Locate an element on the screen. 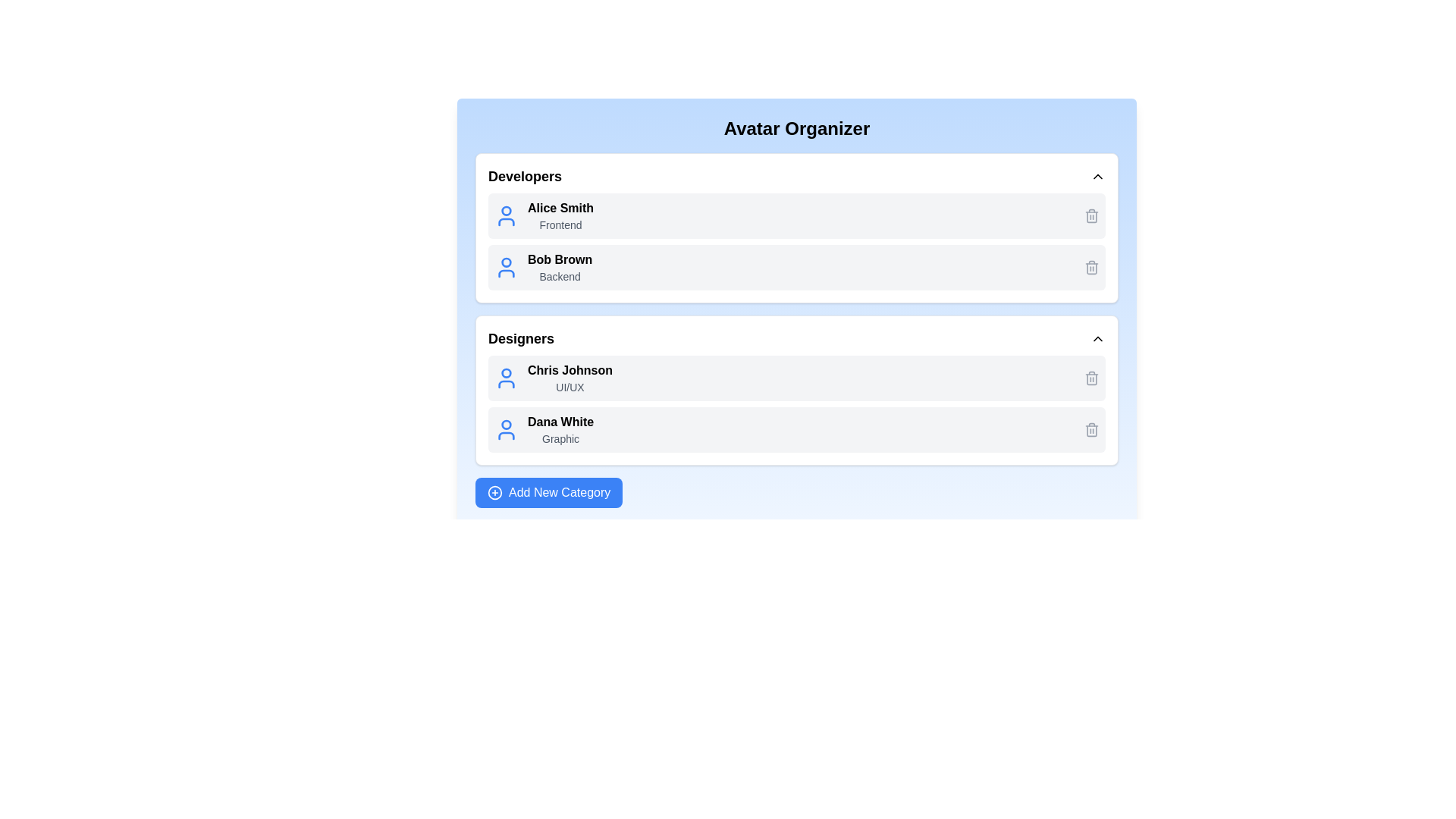 Image resolution: width=1456 pixels, height=819 pixels. the rectangular icon within the trash can graphic associated with the entry 'Dana White' under the category 'Designers' is located at coordinates (1092, 378).